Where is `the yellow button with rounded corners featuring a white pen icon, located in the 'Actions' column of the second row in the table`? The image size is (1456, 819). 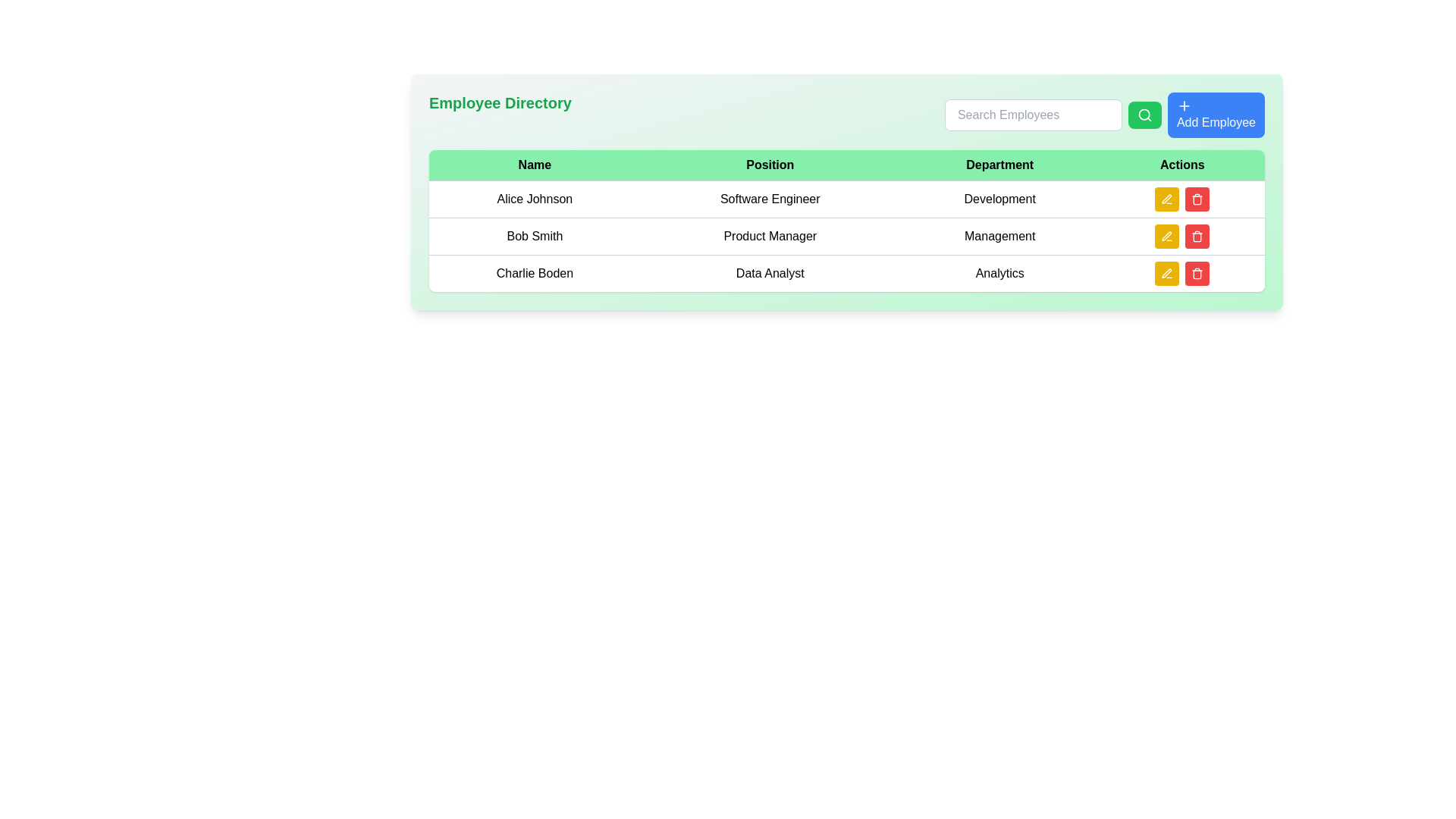
the yellow button with rounded corners featuring a white pen icon, located in the 'Actions' column of the second row in the table is located at coordinates (1166, 237).